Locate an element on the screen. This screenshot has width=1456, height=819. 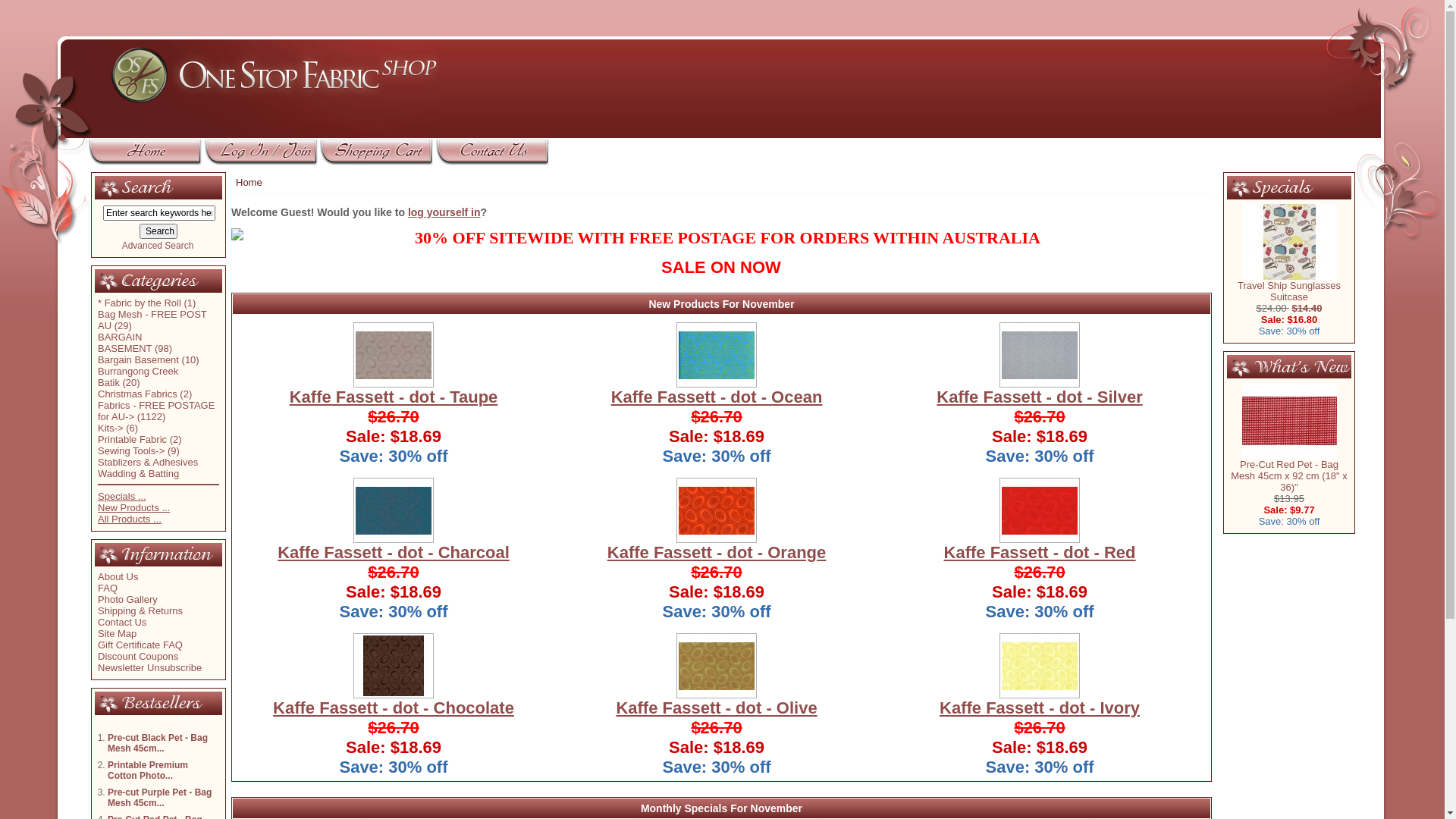
'BARGAIN BASEMENT' is located at coordinates (97, 342).